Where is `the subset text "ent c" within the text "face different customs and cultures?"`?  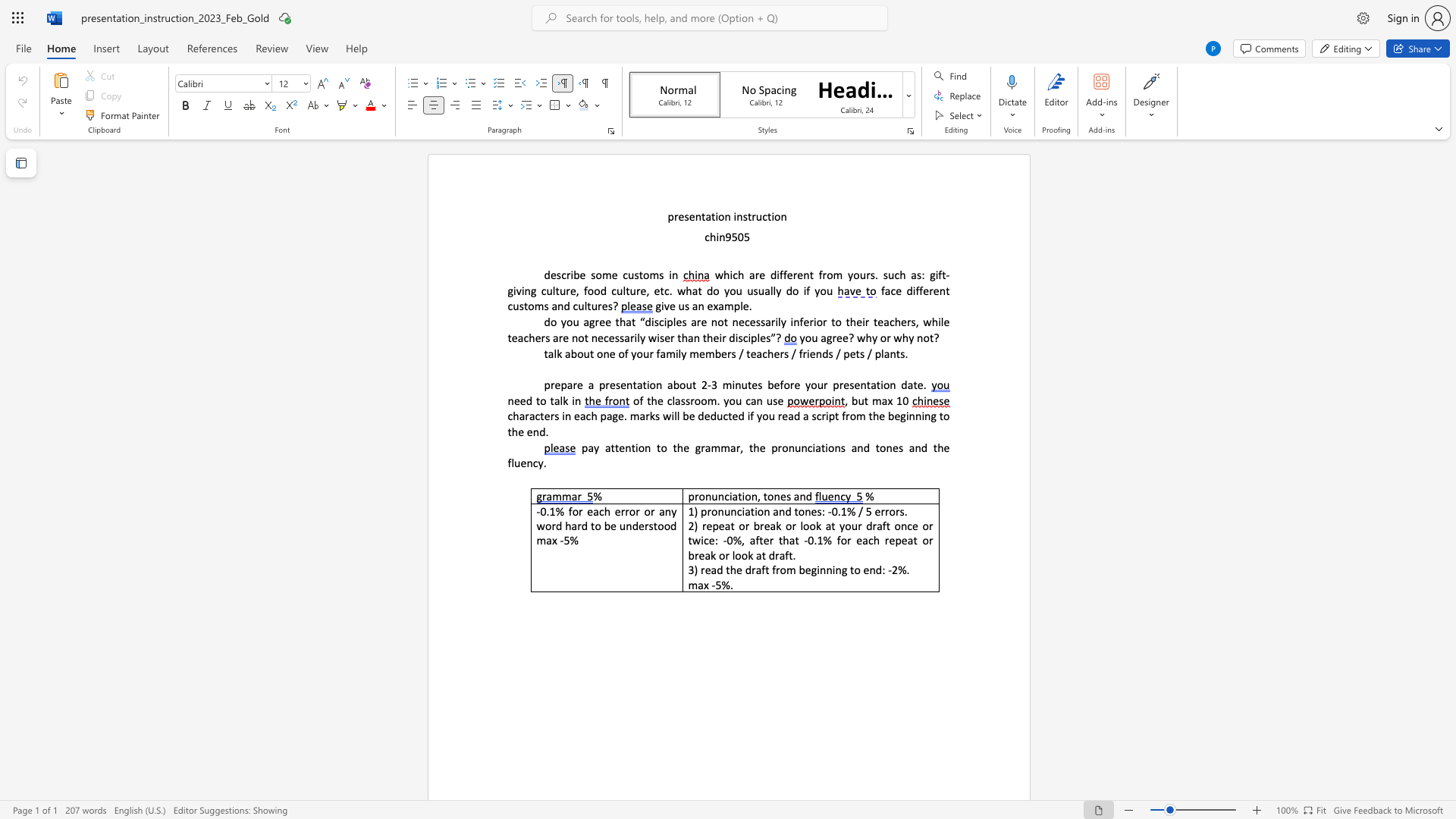 the subset text "ent c" within the text "face different customs and cultures?" is located at coordinates (932, 290).